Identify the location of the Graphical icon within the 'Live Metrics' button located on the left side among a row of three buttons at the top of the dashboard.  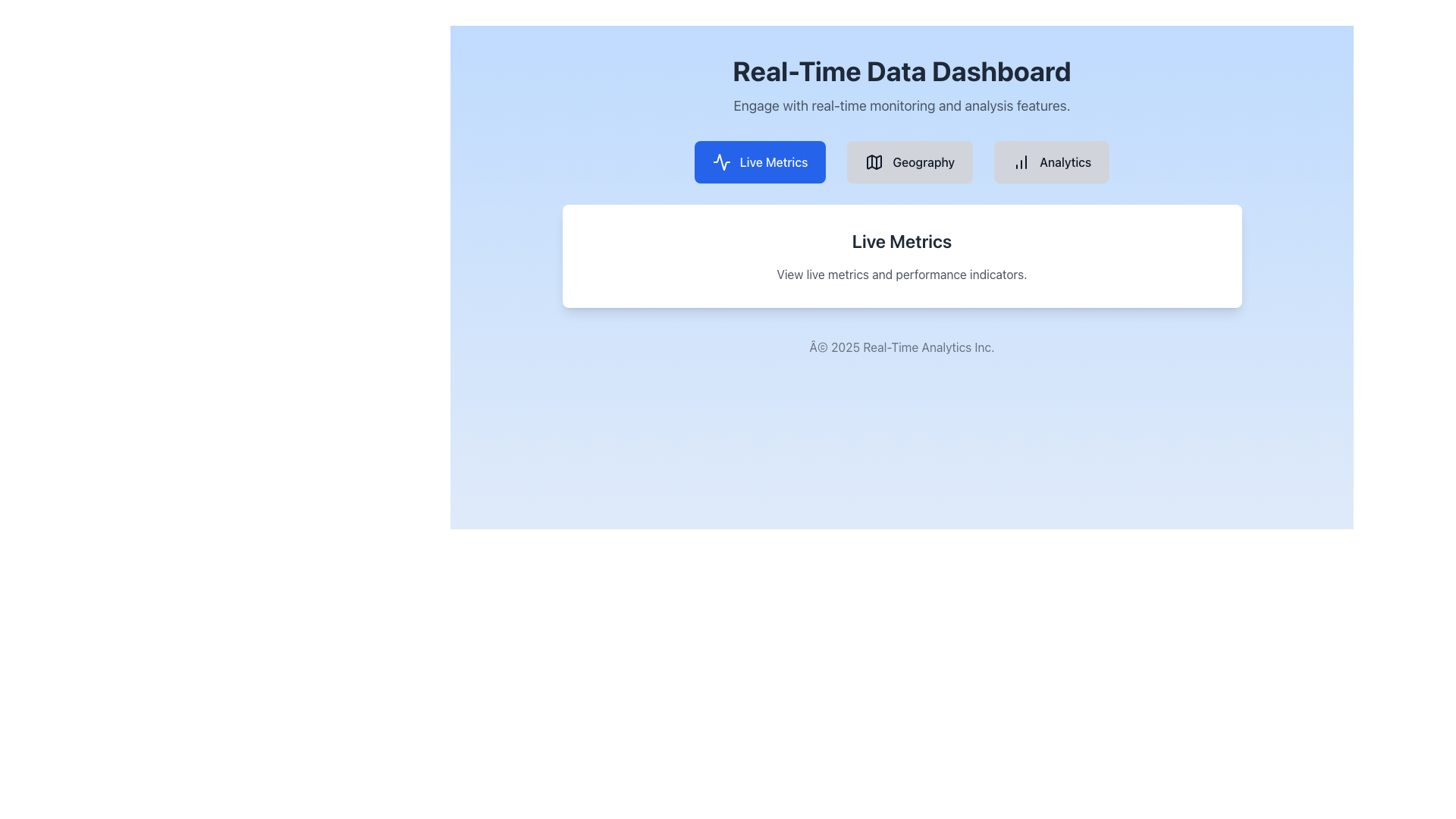
(720, 162).